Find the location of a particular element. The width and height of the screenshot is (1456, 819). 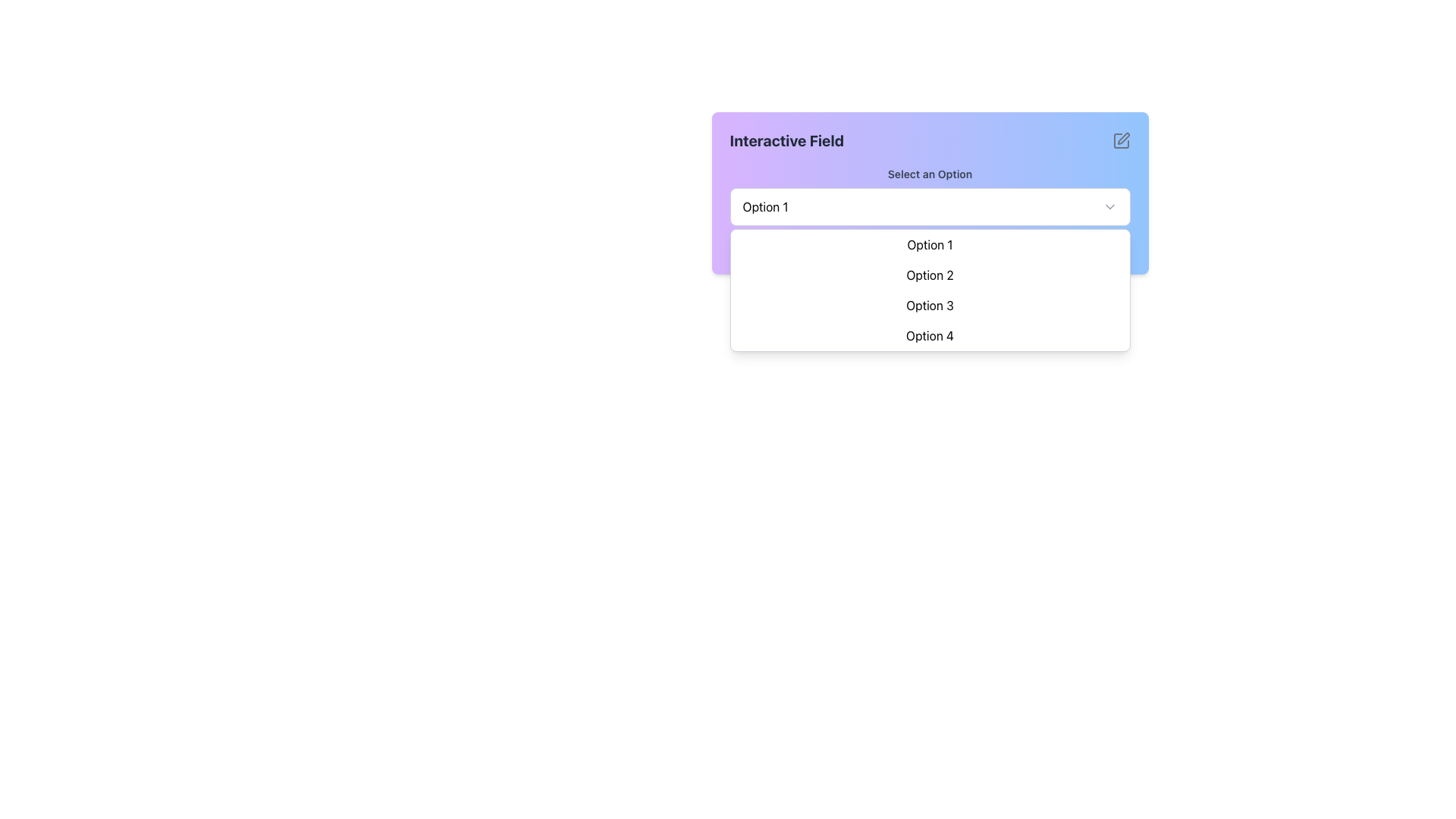

the dropdown menu with a white background and gray border labeled 'Select an Option' is located at coordinates (929, 207).